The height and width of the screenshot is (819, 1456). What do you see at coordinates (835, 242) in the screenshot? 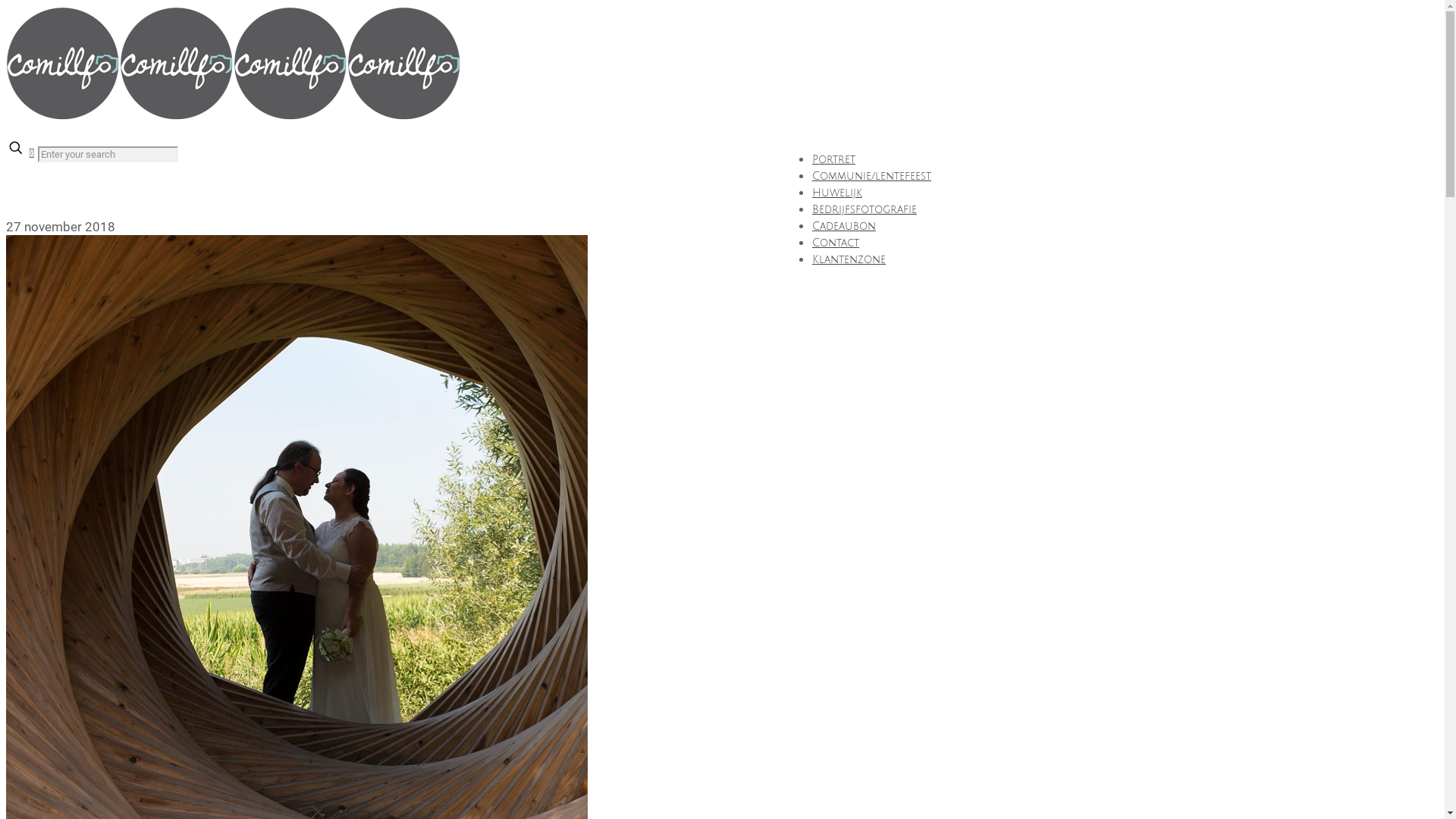
I see `'Contact'` at bounding box center [835, 242].